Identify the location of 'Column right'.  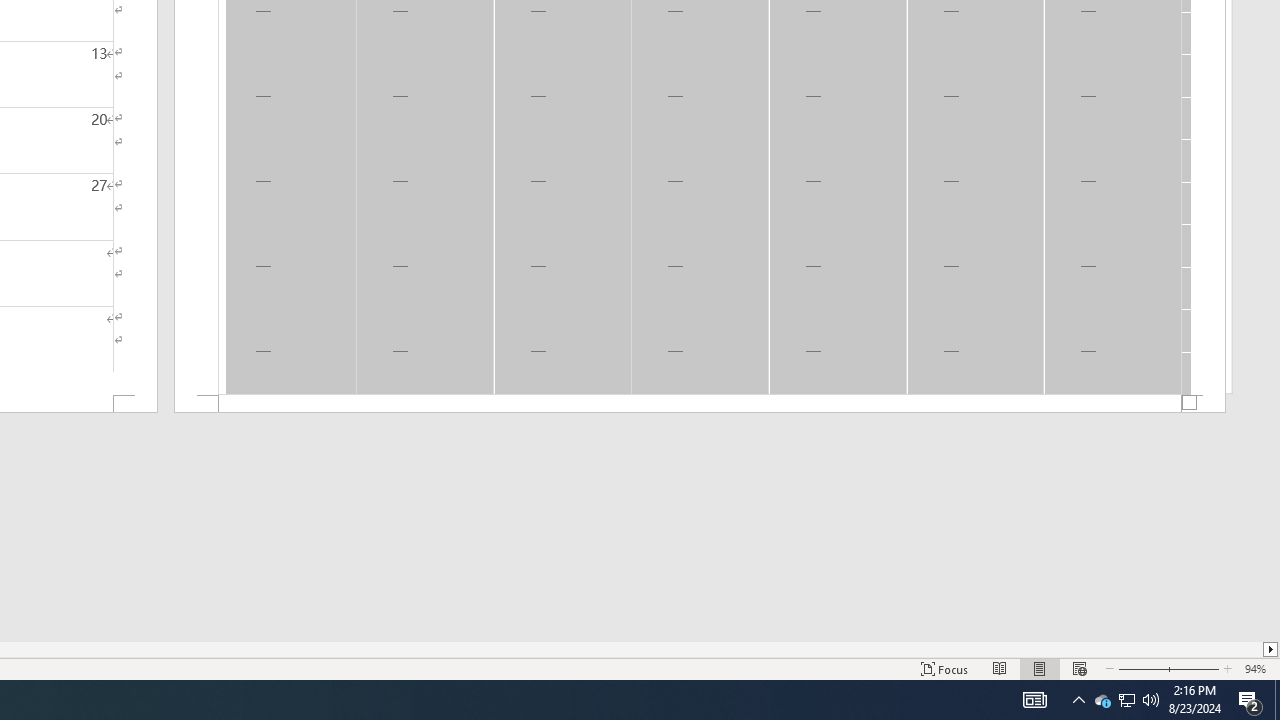
(1270, 649).